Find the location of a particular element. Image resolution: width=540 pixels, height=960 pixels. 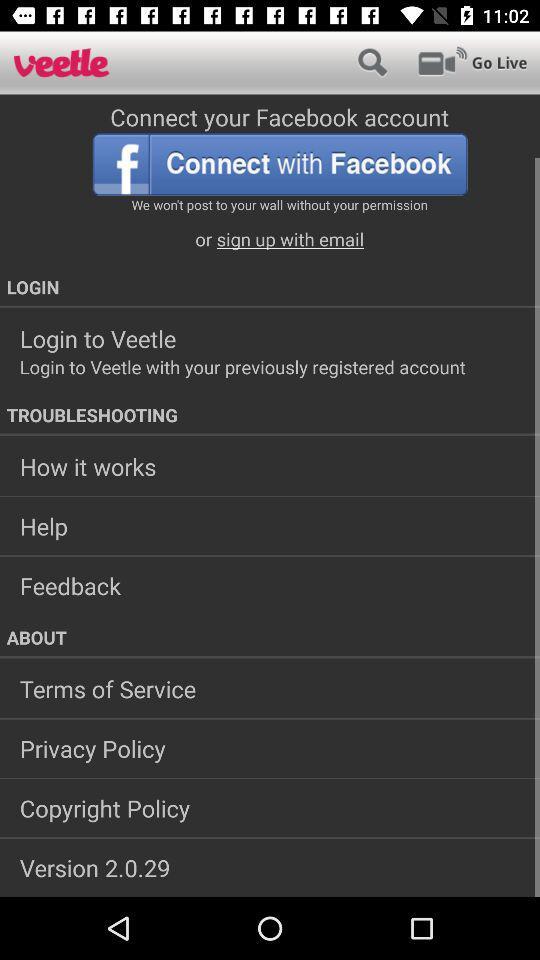

about app is located at coordinates (270, 636).